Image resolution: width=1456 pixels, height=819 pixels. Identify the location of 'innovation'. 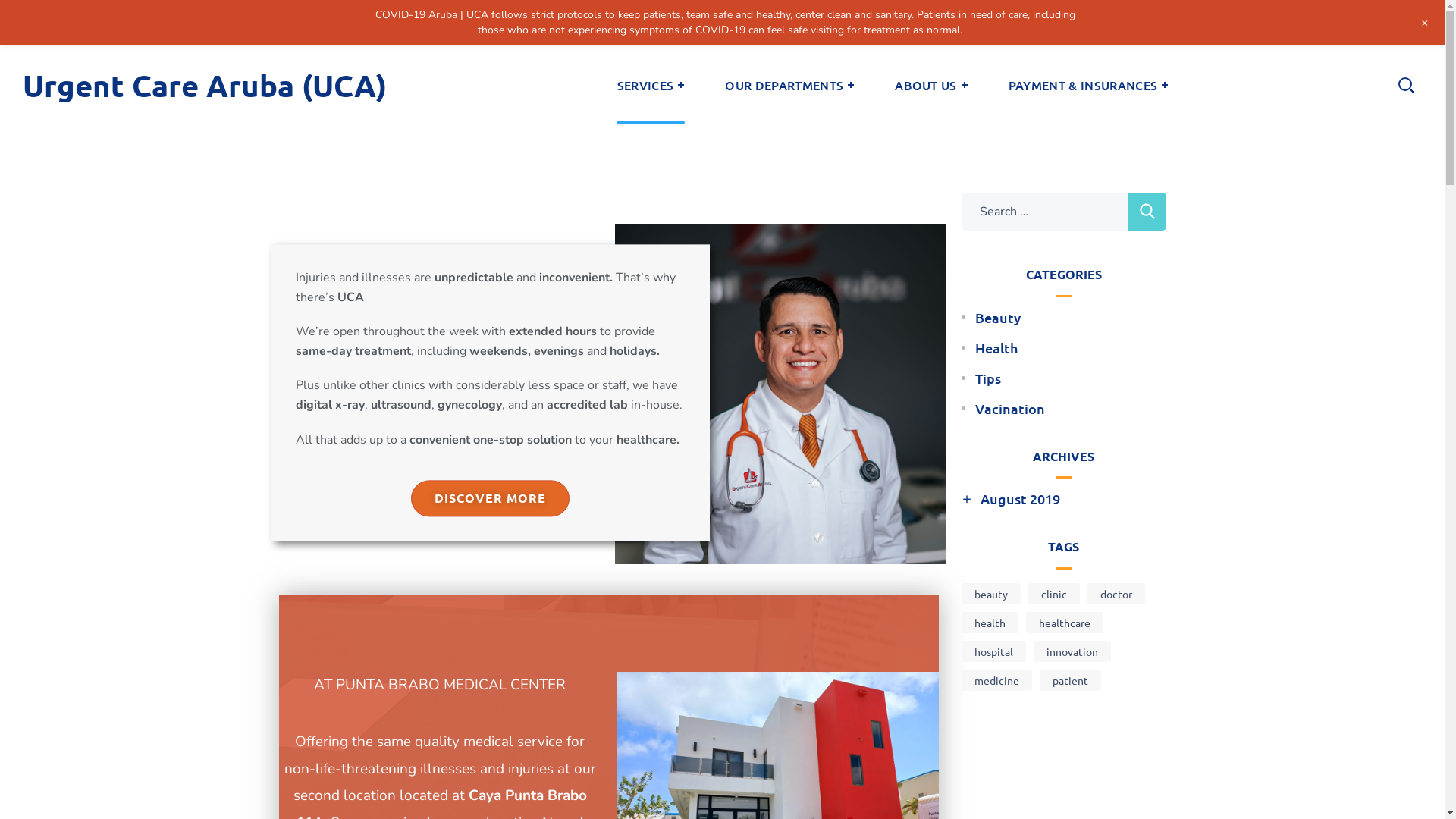
(1070, 651).